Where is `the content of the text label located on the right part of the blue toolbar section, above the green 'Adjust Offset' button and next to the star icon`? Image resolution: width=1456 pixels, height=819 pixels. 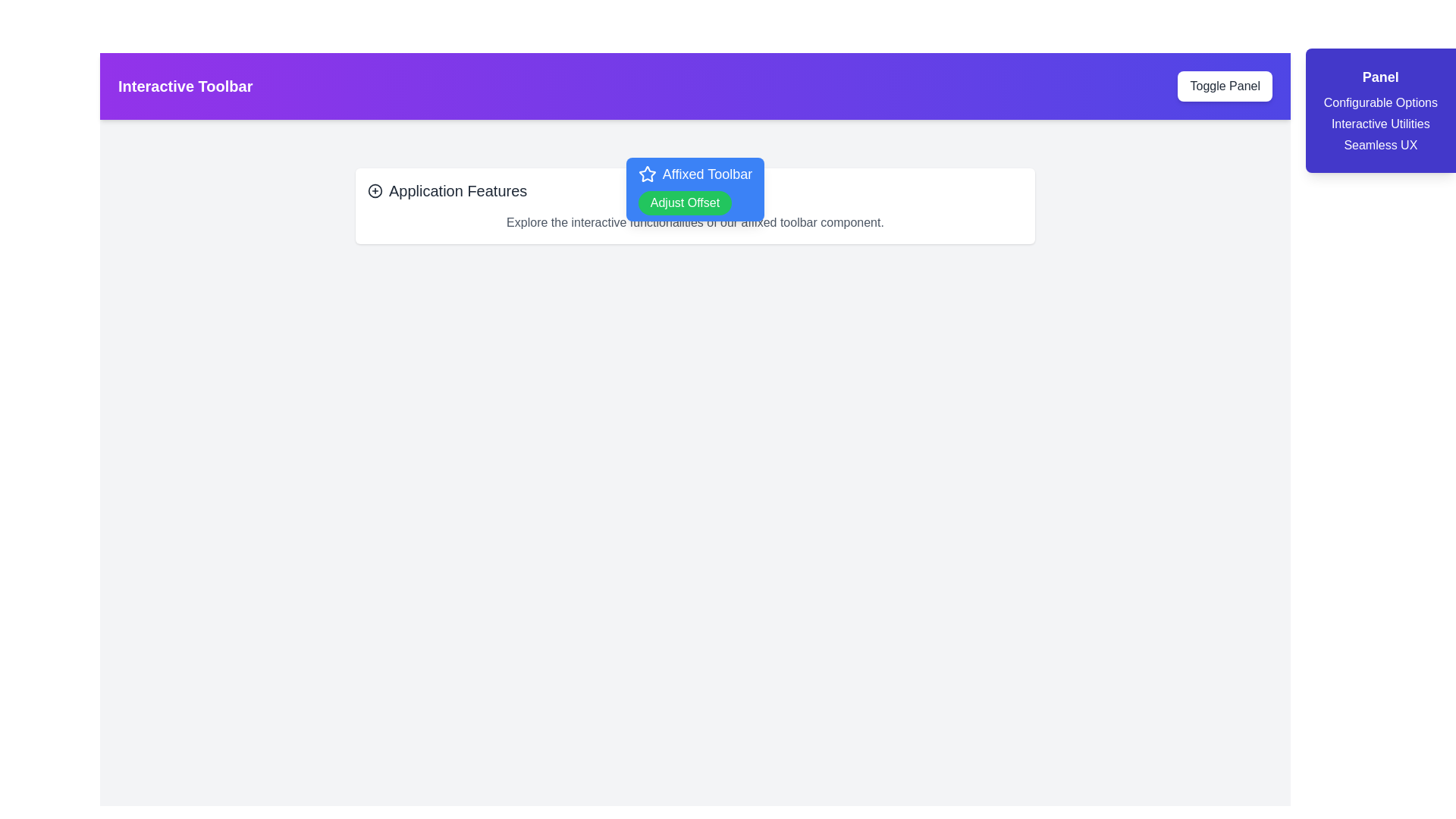 the content of the text label located on the right part of the blue toolbar section, above the green 'Adjust Offset' button and next to the star icon is located at coordinates (694, 174).